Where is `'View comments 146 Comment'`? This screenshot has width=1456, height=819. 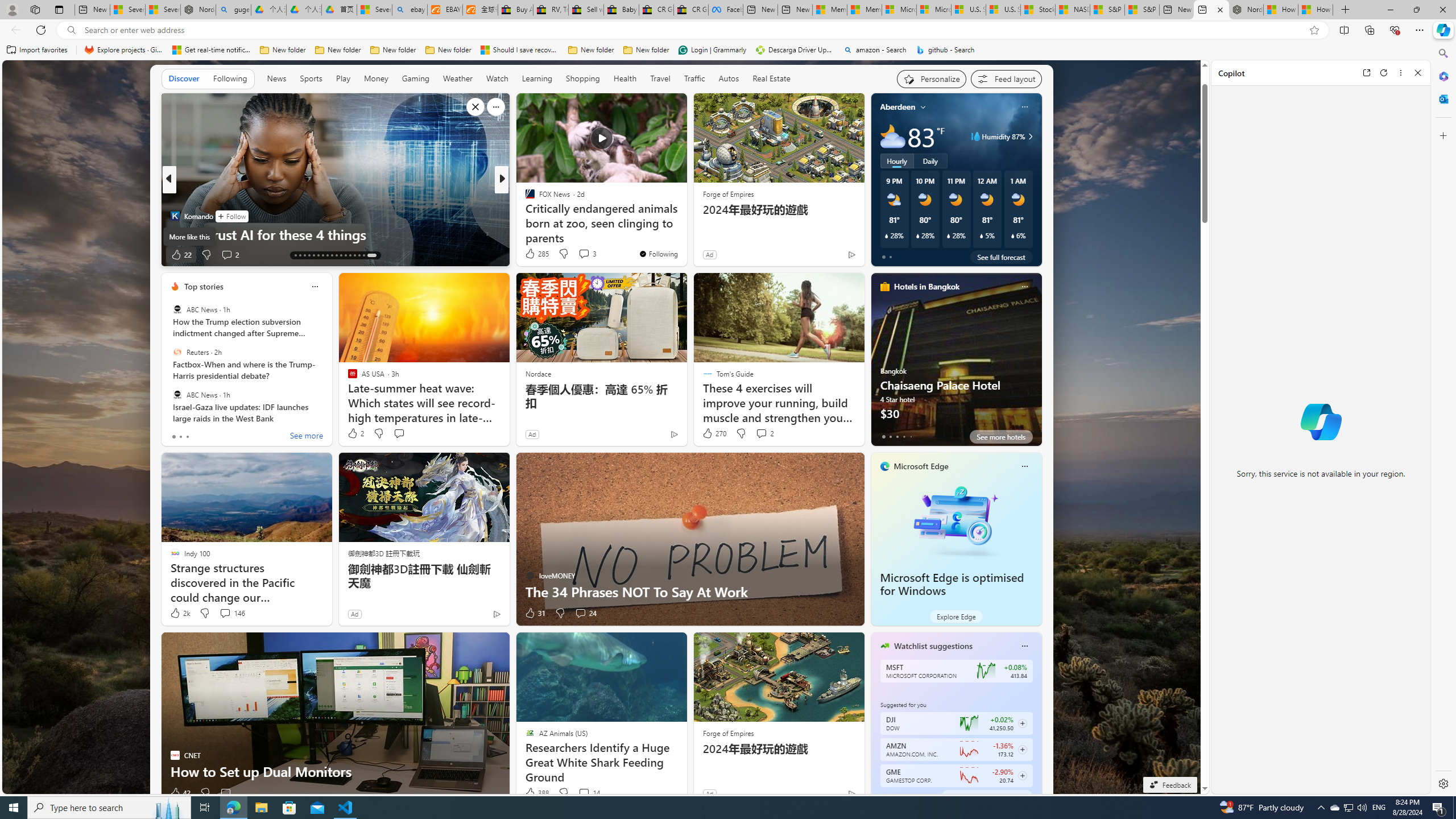
'View comments 146 Comment' is located at coordinates (231, 612).